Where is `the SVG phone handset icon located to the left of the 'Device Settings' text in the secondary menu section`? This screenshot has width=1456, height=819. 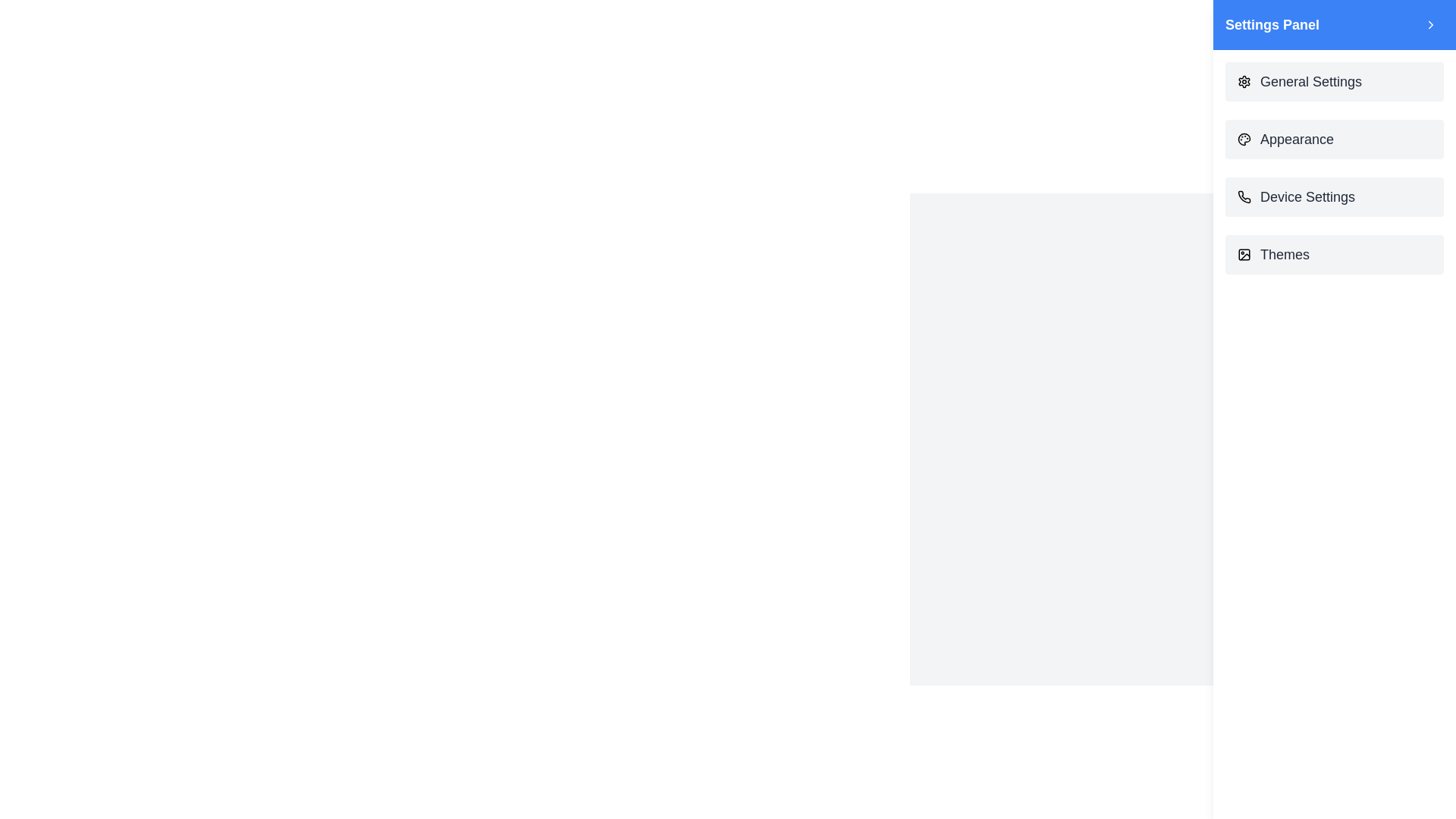 the SVG phone handset icon located to the left of the 'Device Settings' text in the secondary menu section is located at coordinates (1244, 196).